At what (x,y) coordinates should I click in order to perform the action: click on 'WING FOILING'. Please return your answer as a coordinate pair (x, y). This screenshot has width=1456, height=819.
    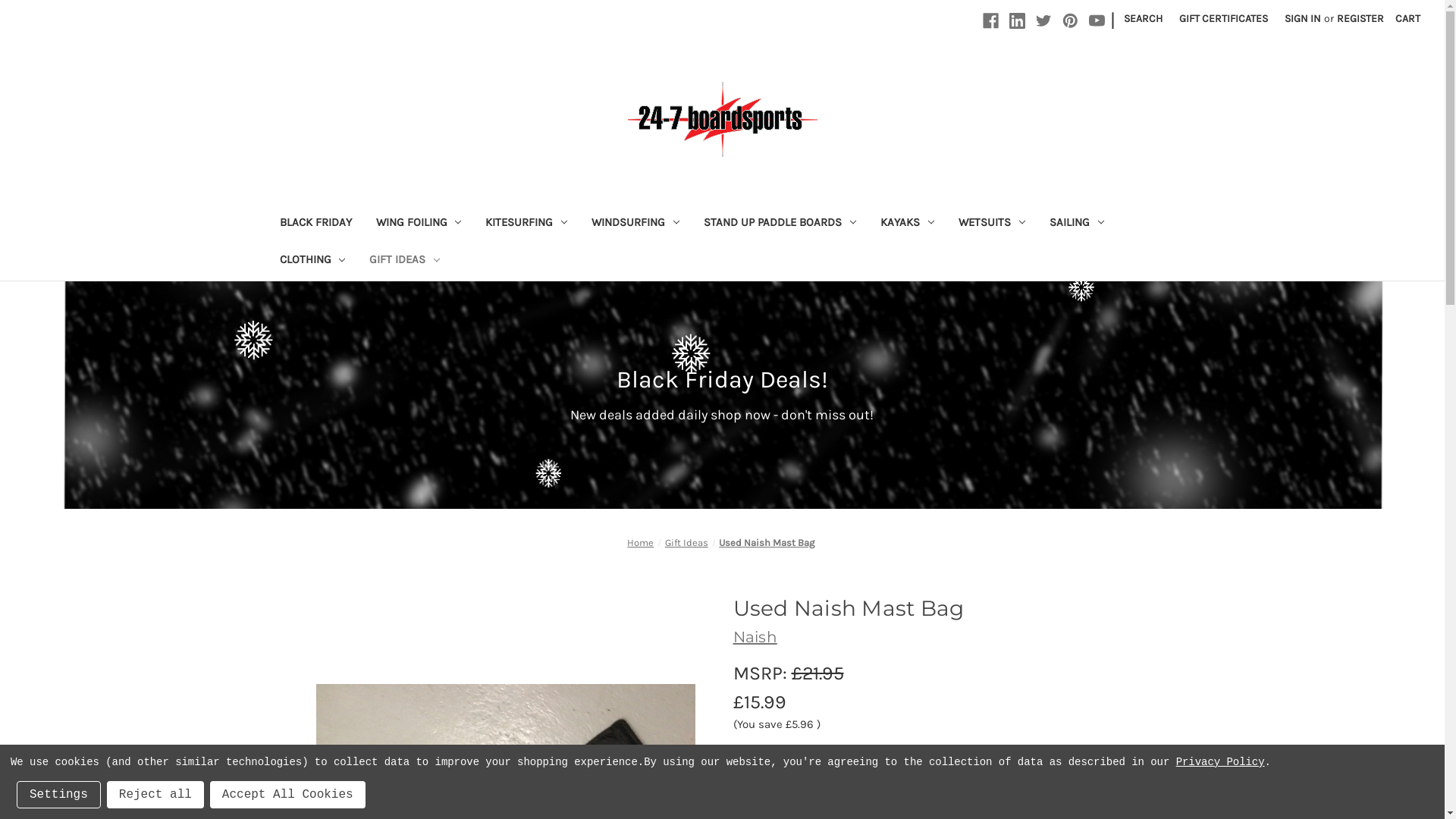
    Looking at the image, I should click on (419, 224).